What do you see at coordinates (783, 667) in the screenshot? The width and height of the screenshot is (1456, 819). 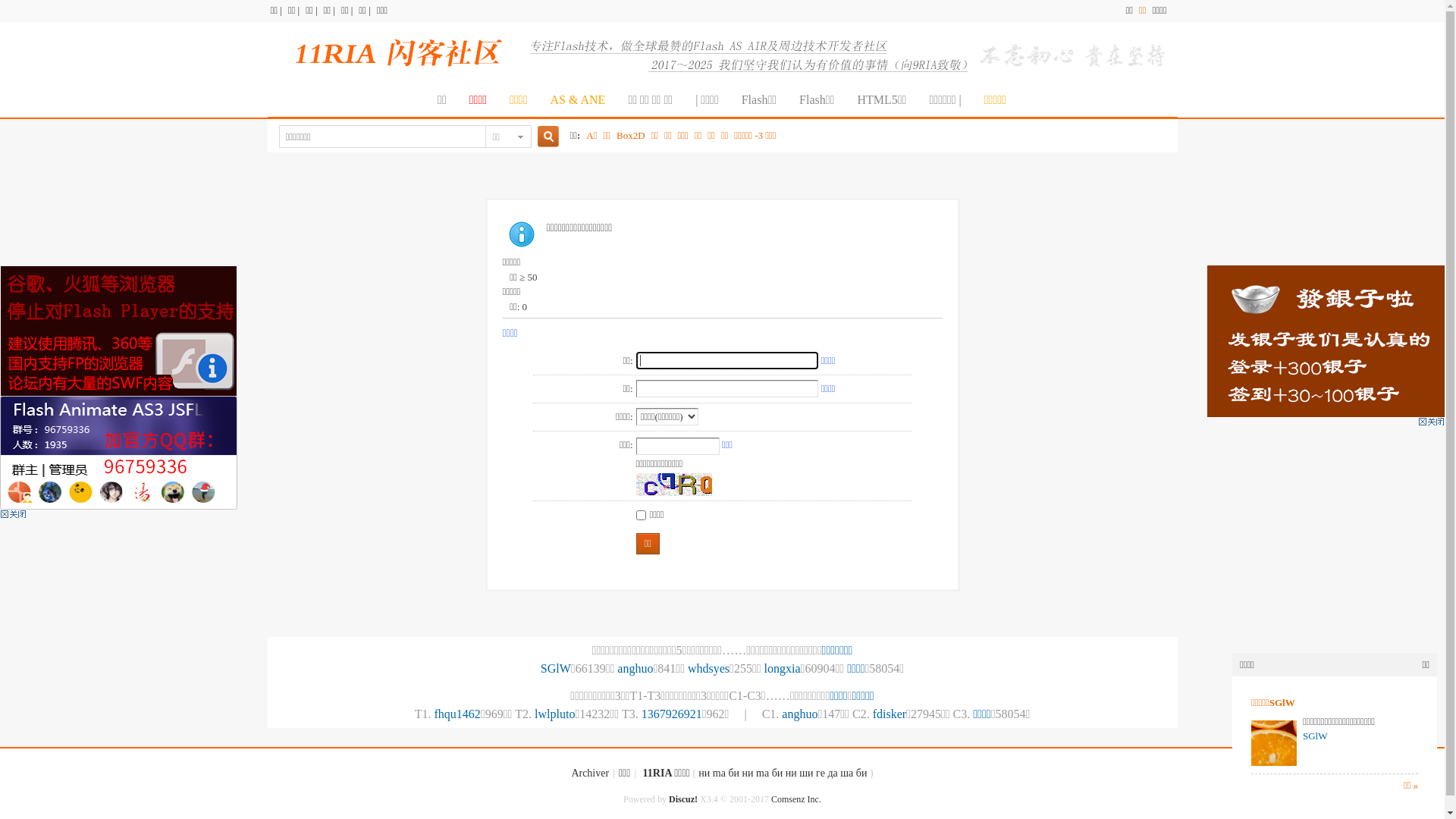 I see `'longxia'` at bounding box center [783, 667].